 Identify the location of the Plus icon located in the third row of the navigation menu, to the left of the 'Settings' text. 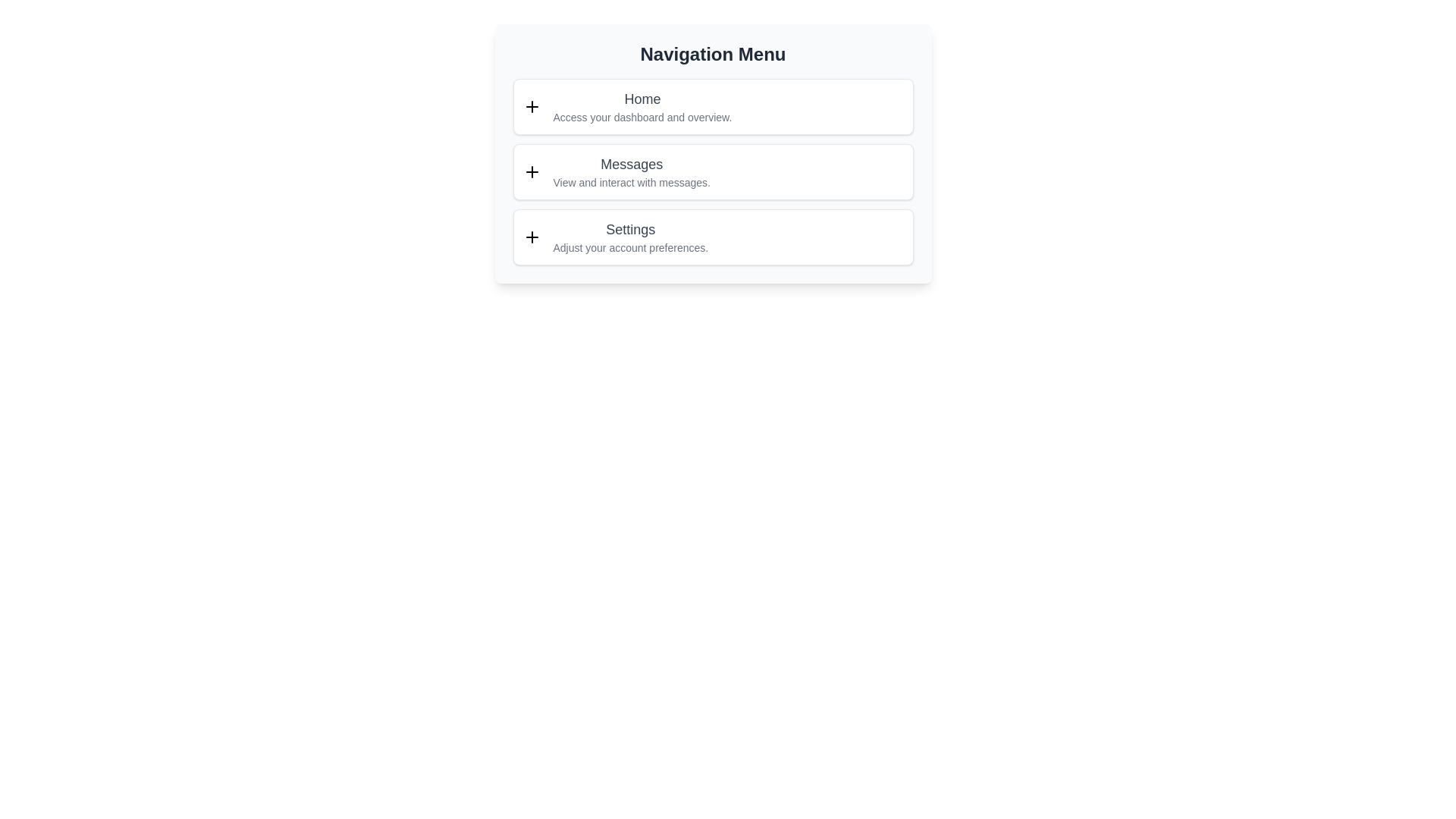
(532, 237).